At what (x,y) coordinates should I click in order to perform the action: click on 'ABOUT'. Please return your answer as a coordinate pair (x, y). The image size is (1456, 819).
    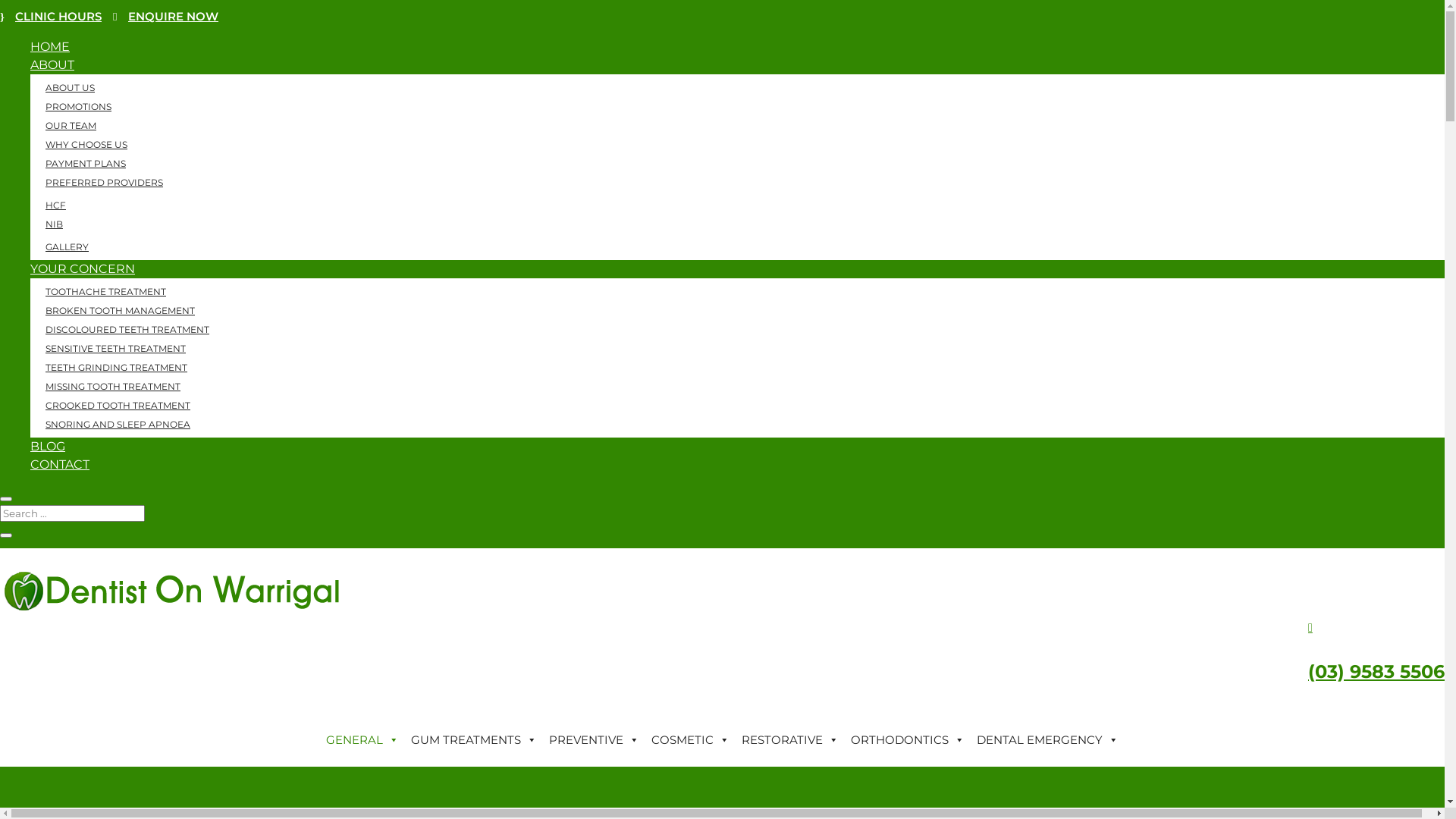
    Looking at the image, I should click on (52, 64).